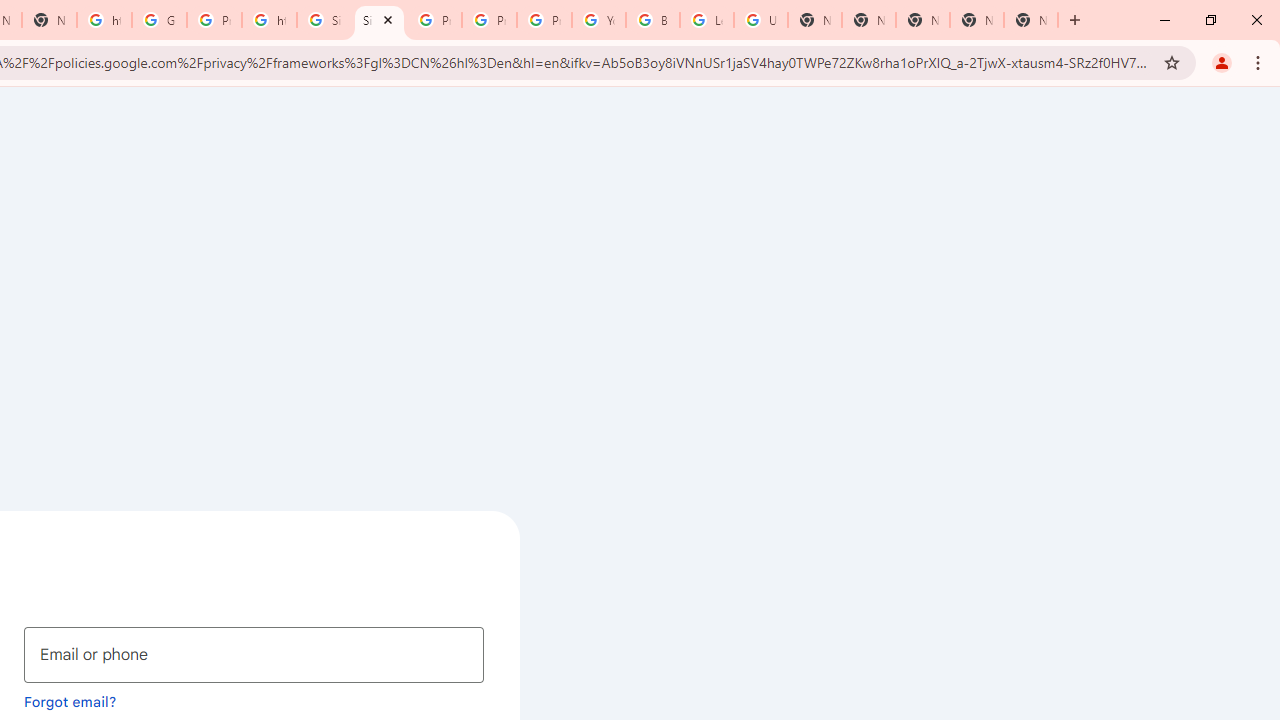 Image resolution: width=1280 pixels, height=720 pixels. What do you see at coordinates (1031, 20) in the screenshot?
I see `'New Tab'` at bounding box center [1031, 20].